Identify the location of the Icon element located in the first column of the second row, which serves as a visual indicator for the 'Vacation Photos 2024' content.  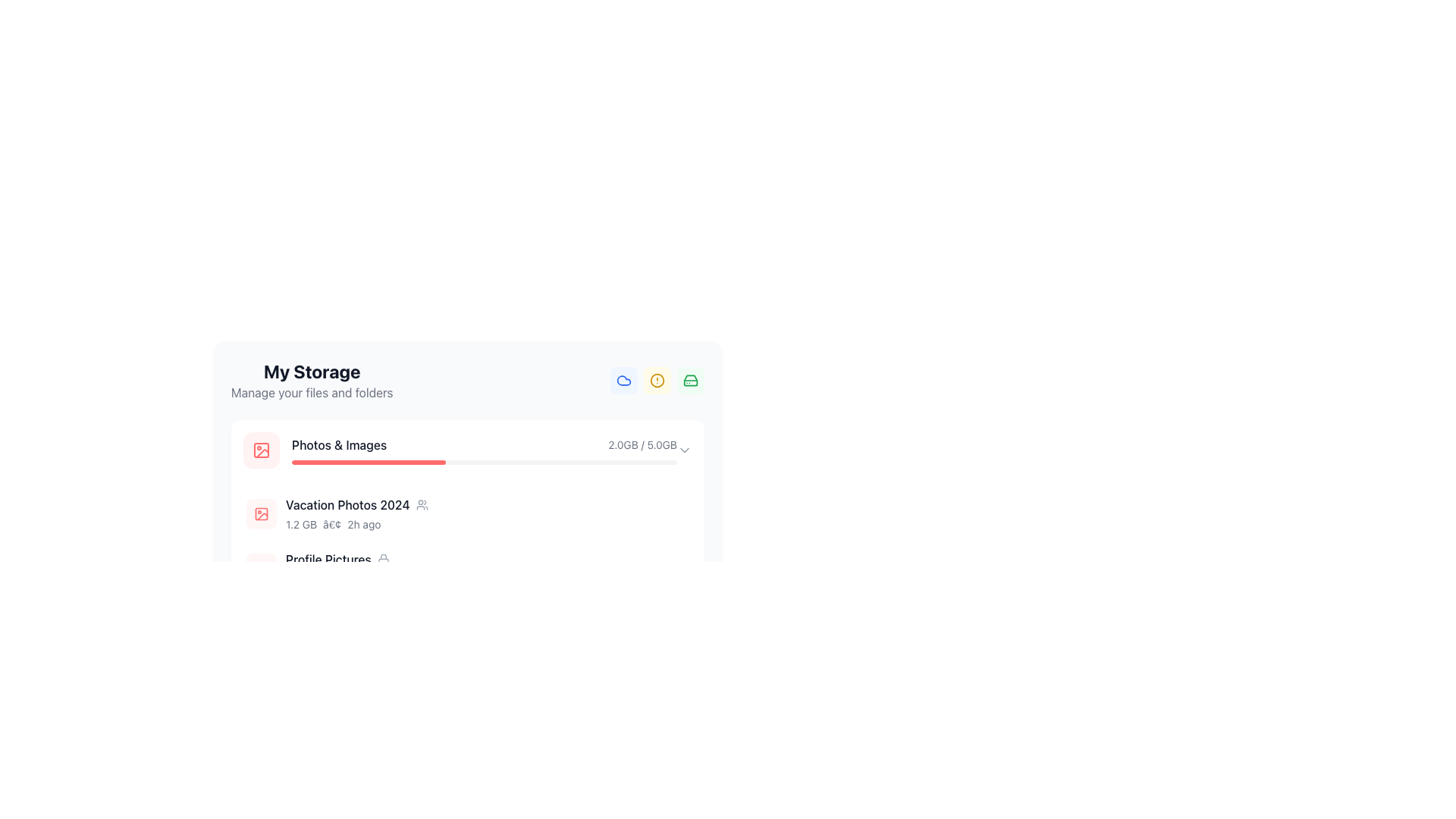
(262, 513).